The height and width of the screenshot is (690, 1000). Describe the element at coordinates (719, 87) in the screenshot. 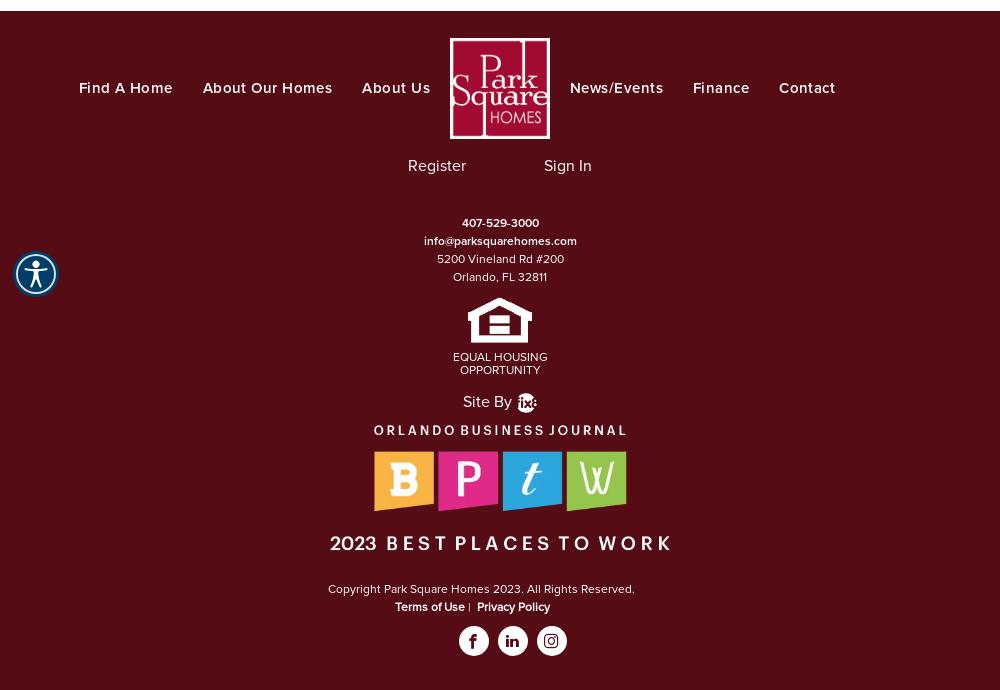

I see `'Finance'` at that location.